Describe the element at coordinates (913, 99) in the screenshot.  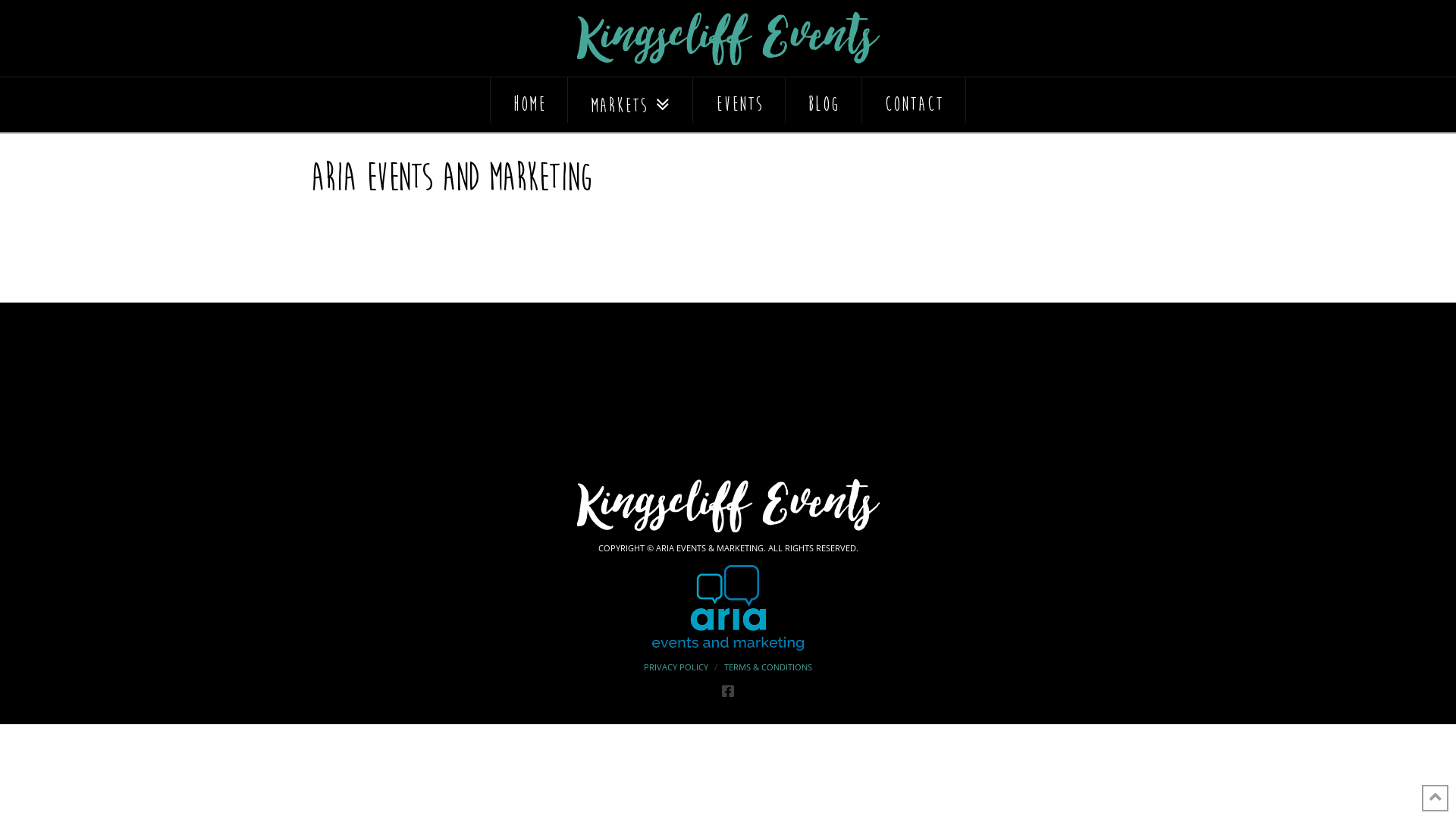
I see `'Contact'` at that location.